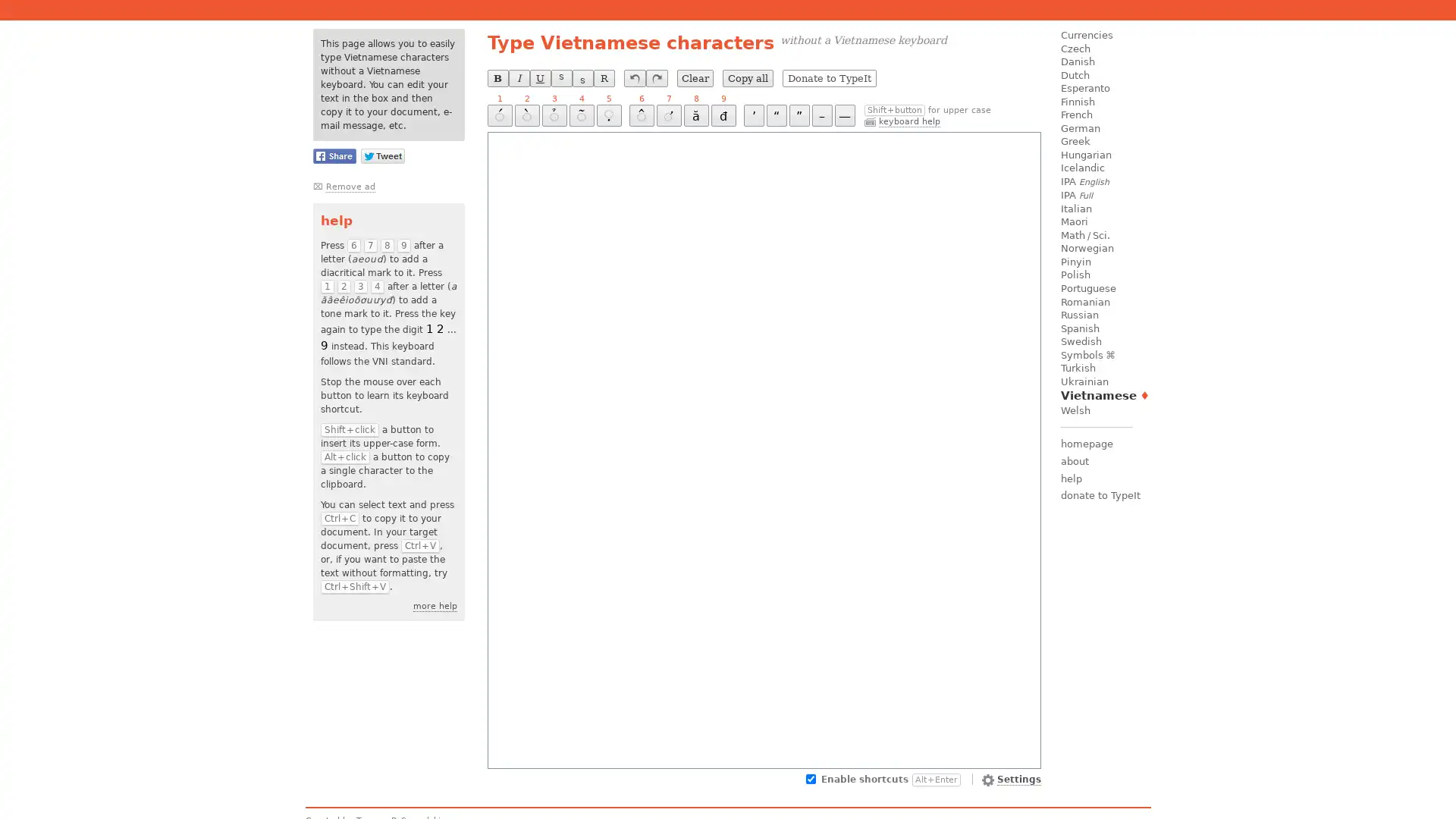 The width and height of the screenshot is (1456, 819). What do you see at coordinates (695, 115) in the screenshot?
I see `a 8` at bounding box center [695, 115].